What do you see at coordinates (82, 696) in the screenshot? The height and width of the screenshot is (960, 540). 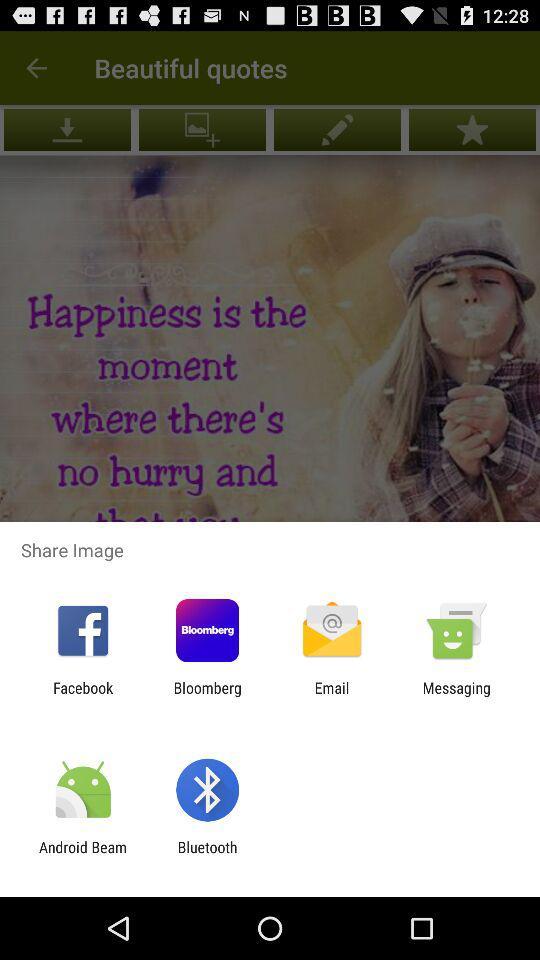 I see `the facebook item` at bounding box center [82, 696].